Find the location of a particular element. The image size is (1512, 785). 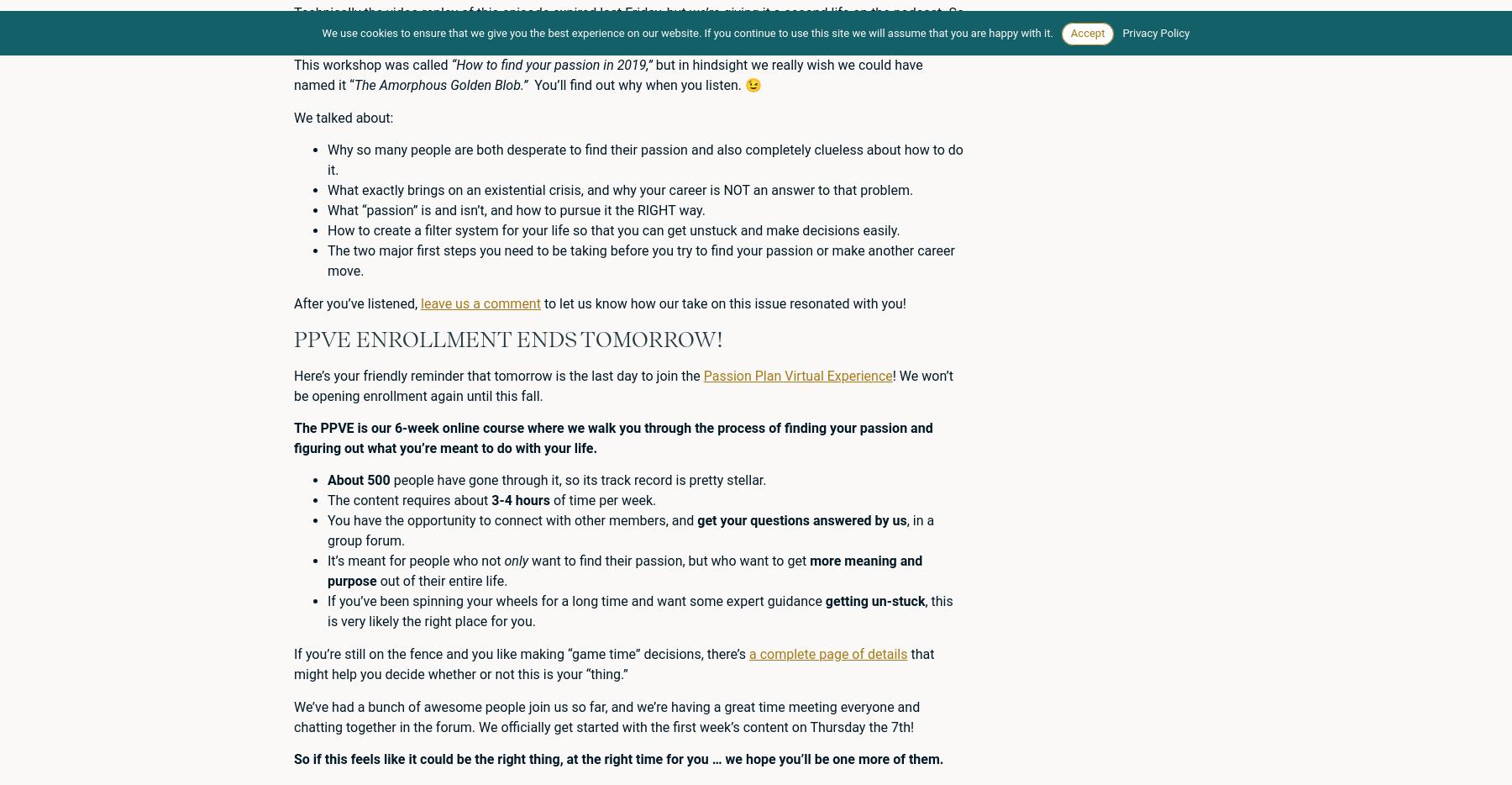

'PPVE ENROLLMENT ENDS TOMORROW!' is located at coordinates (508, 338).